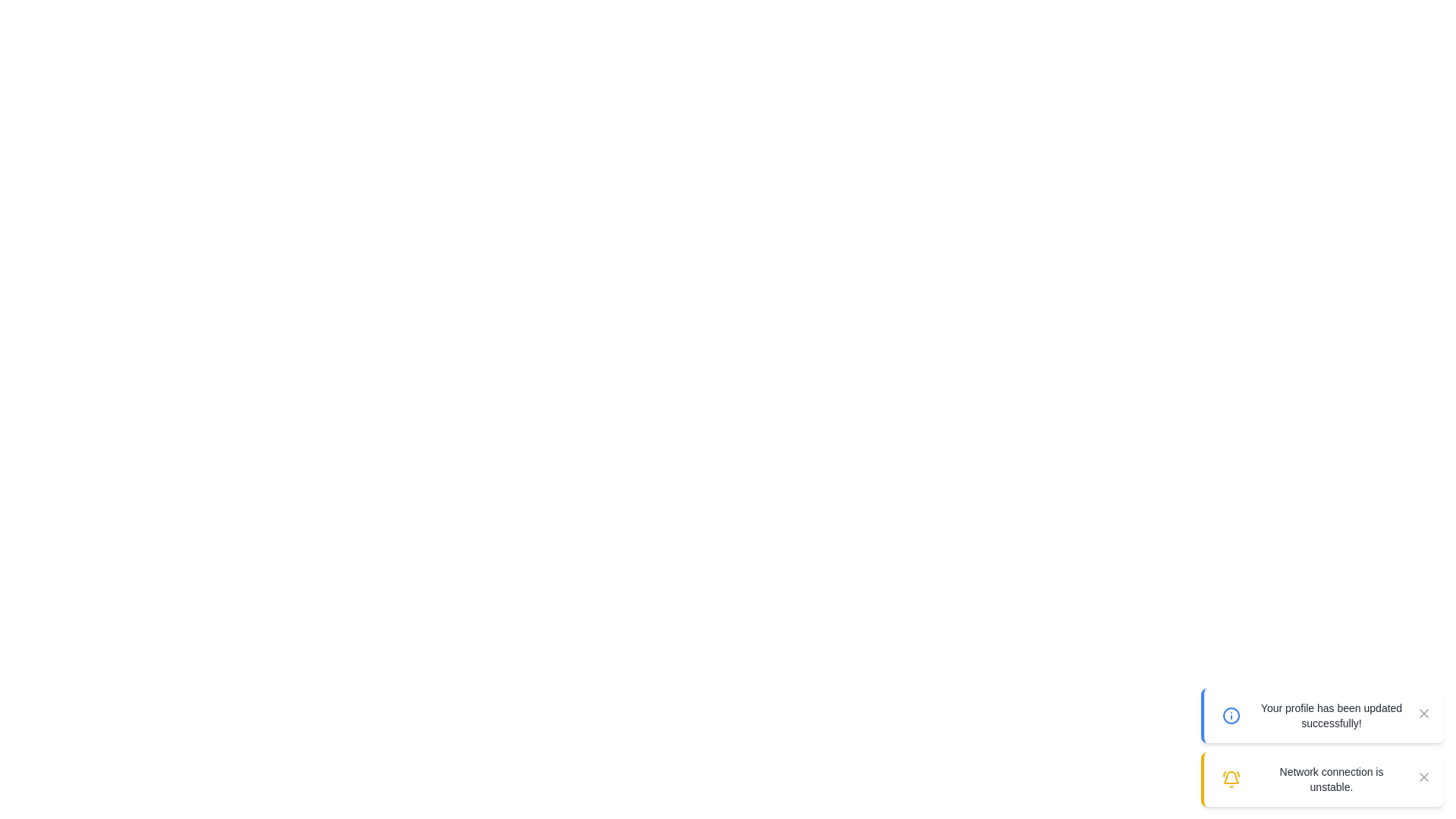 This screenshot has height=819, width=1456. What do you see at coordinates (1321, 716) in the screenshot?
I see `the snackbar with the message 'Your profile has been updated successfully!'` at bounding box center [1321, 716].